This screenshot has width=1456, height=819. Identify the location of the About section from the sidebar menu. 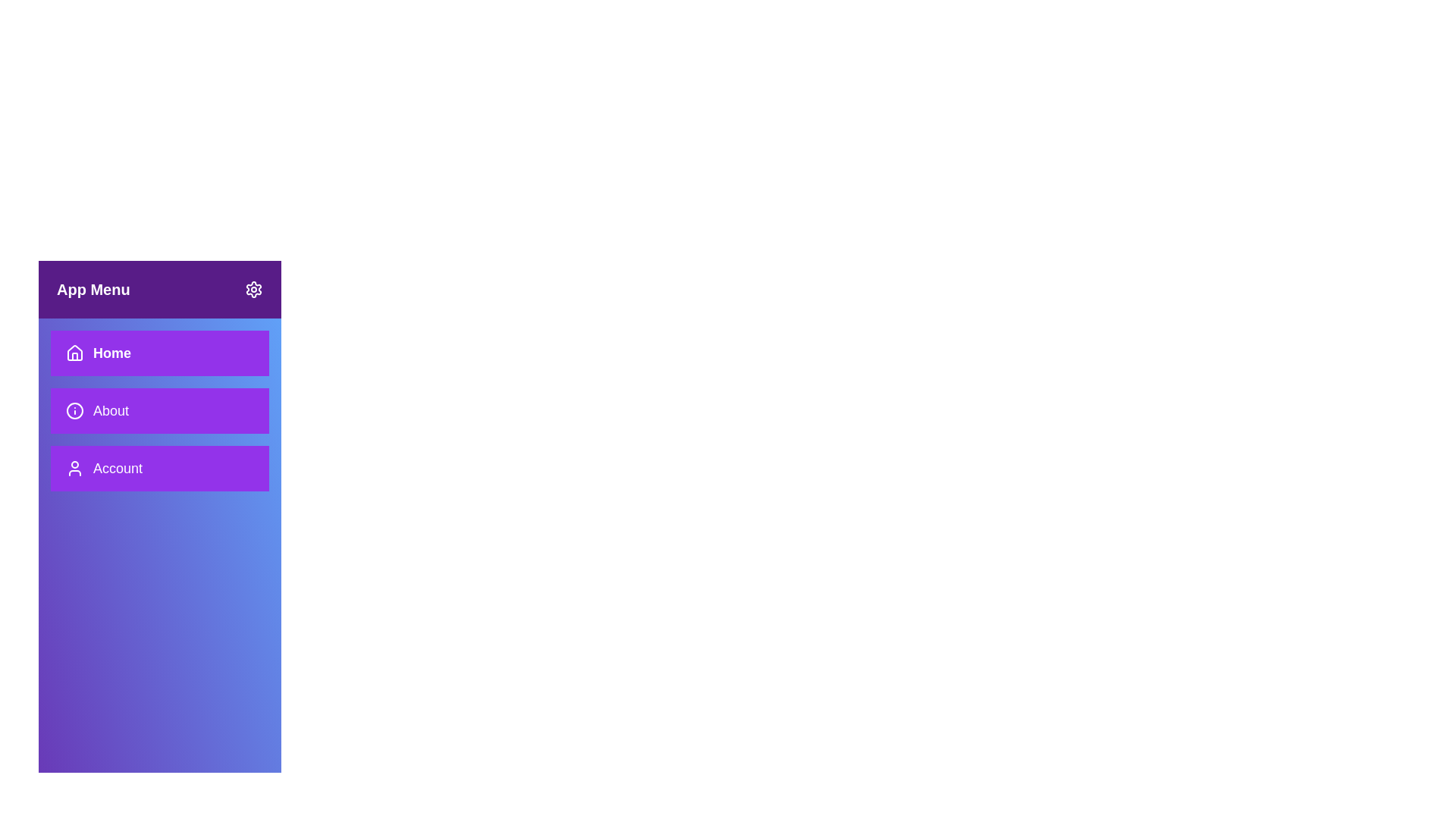
(160, 411).